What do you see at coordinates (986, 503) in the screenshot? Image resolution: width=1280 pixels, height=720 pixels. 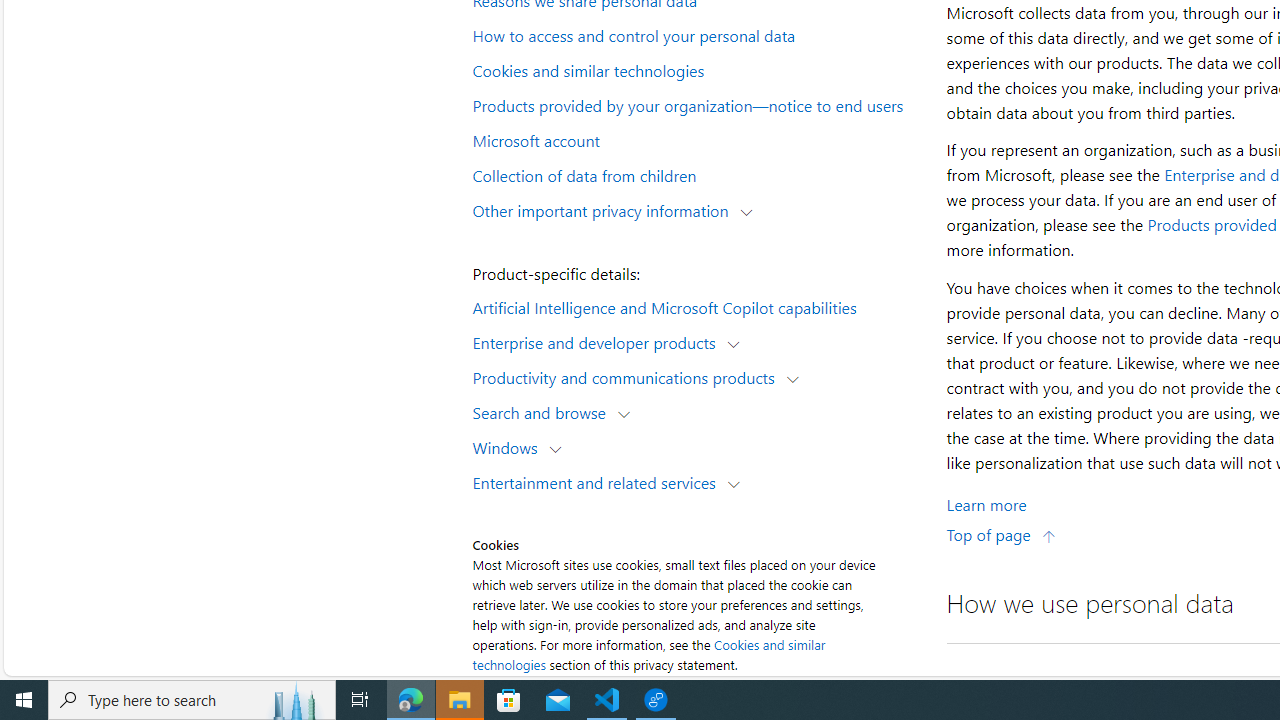 I see `'Learn More about Personal data we collect'` at bounding box center [986, 503].